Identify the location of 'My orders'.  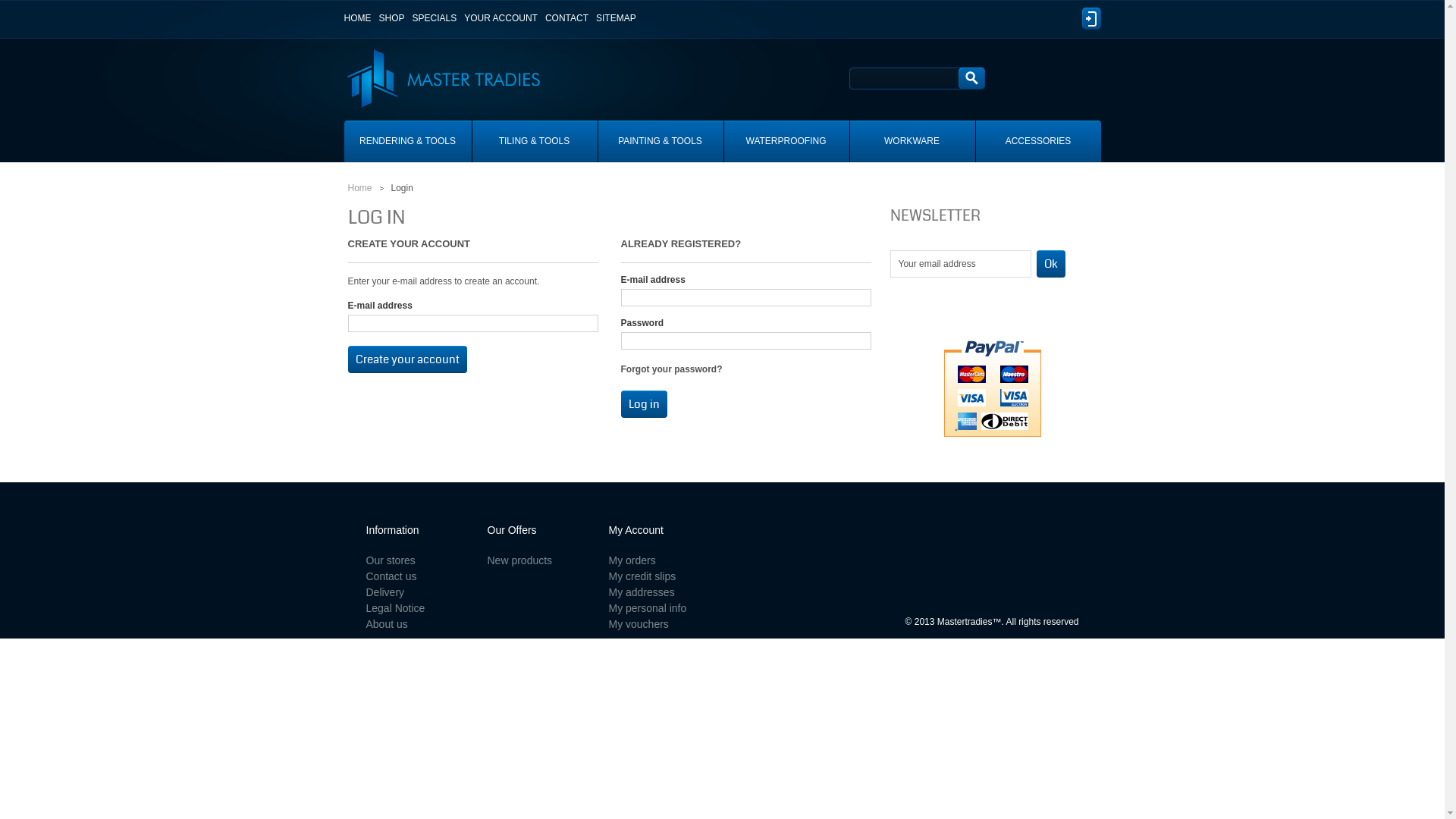
(632, 560).